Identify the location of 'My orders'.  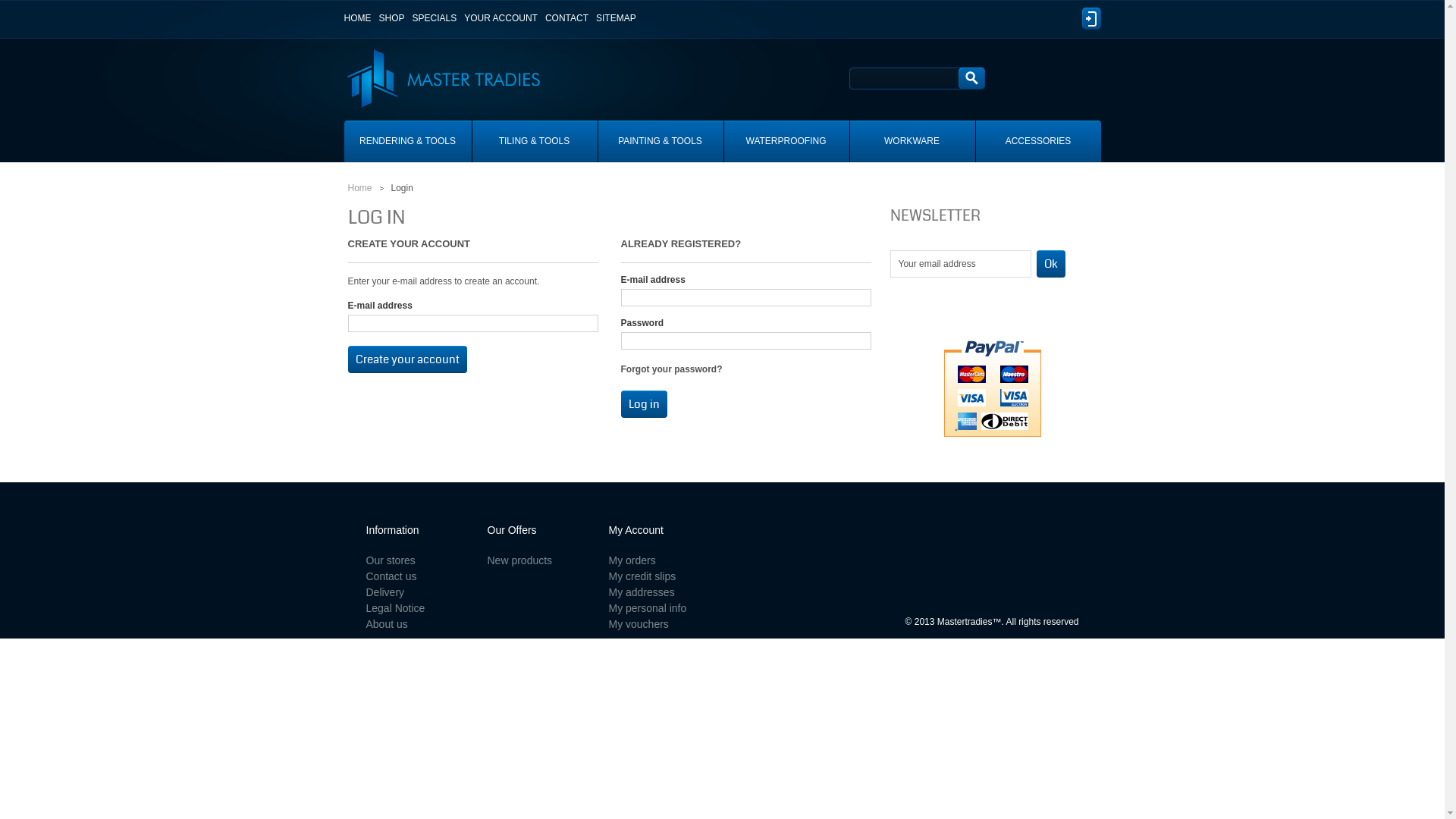
(632, 560).